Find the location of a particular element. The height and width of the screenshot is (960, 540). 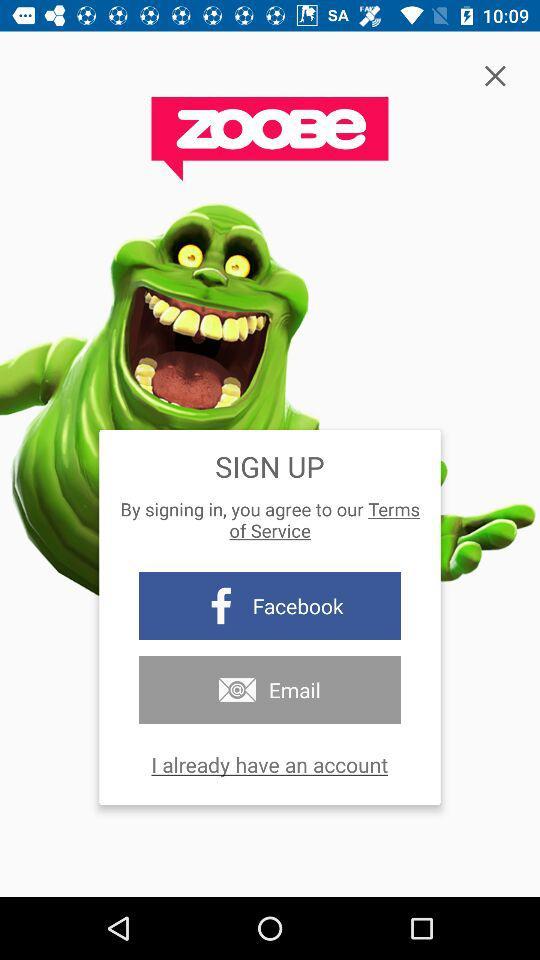

the by signing in icon is located at coordinates (270, 518).